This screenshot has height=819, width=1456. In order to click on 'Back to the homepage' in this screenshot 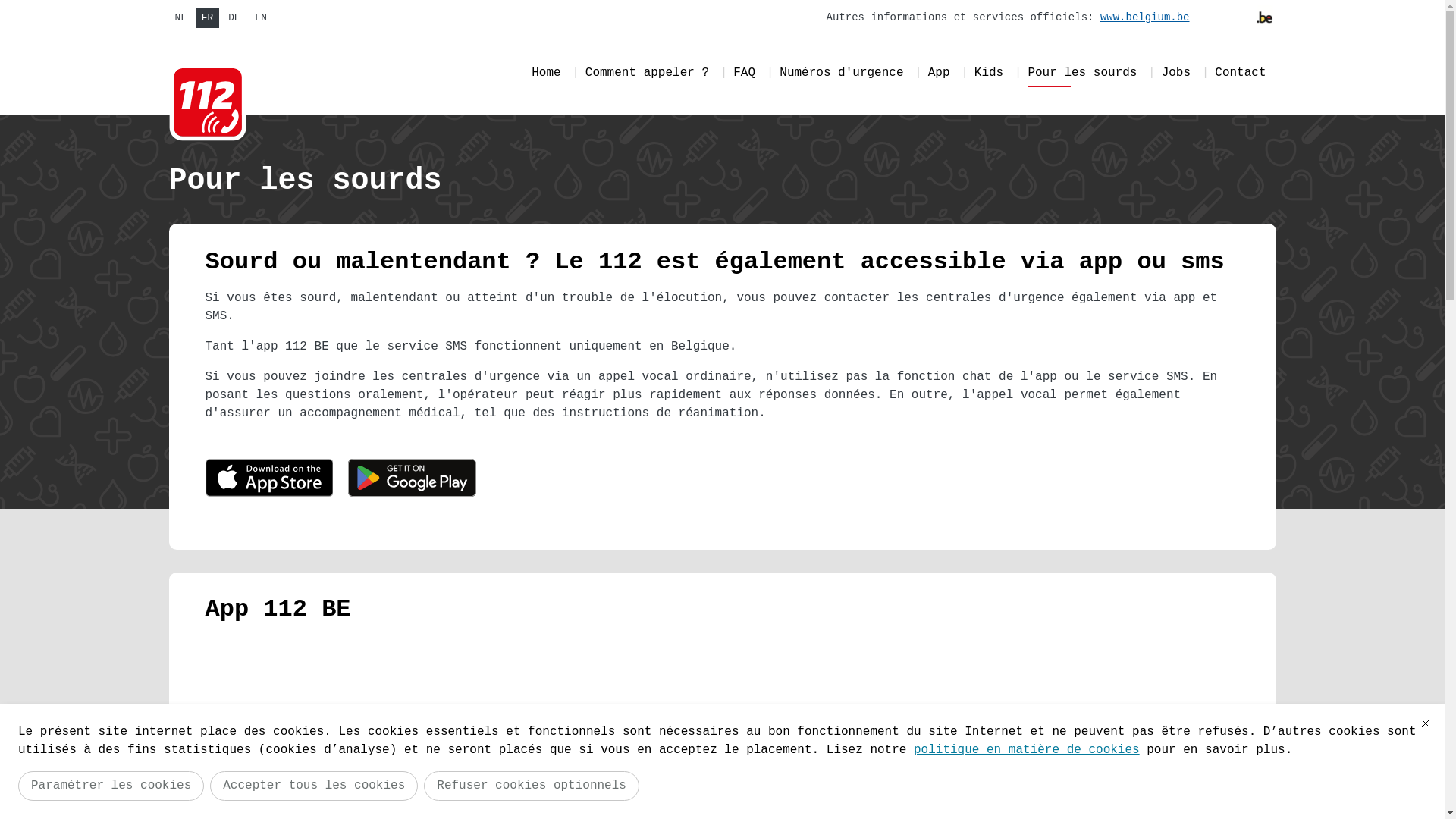, I will do `click(168, 102)`.